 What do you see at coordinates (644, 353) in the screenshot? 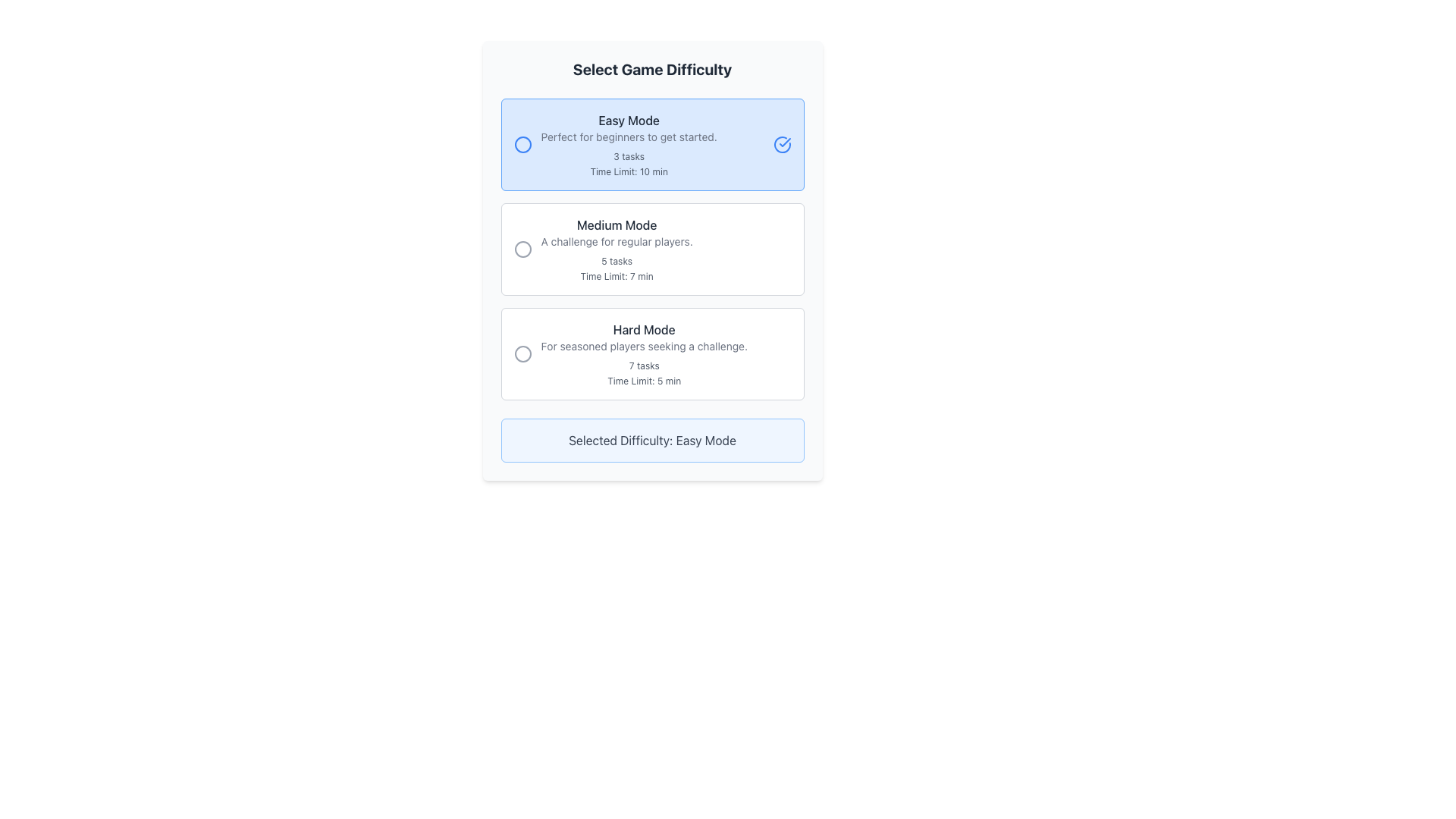
I see `the Informational text block that describes the 'Hard Mode' difficulty setting, which is located between the 'Medium Mode' option and the informational bar` at bounding box center [644, 353].